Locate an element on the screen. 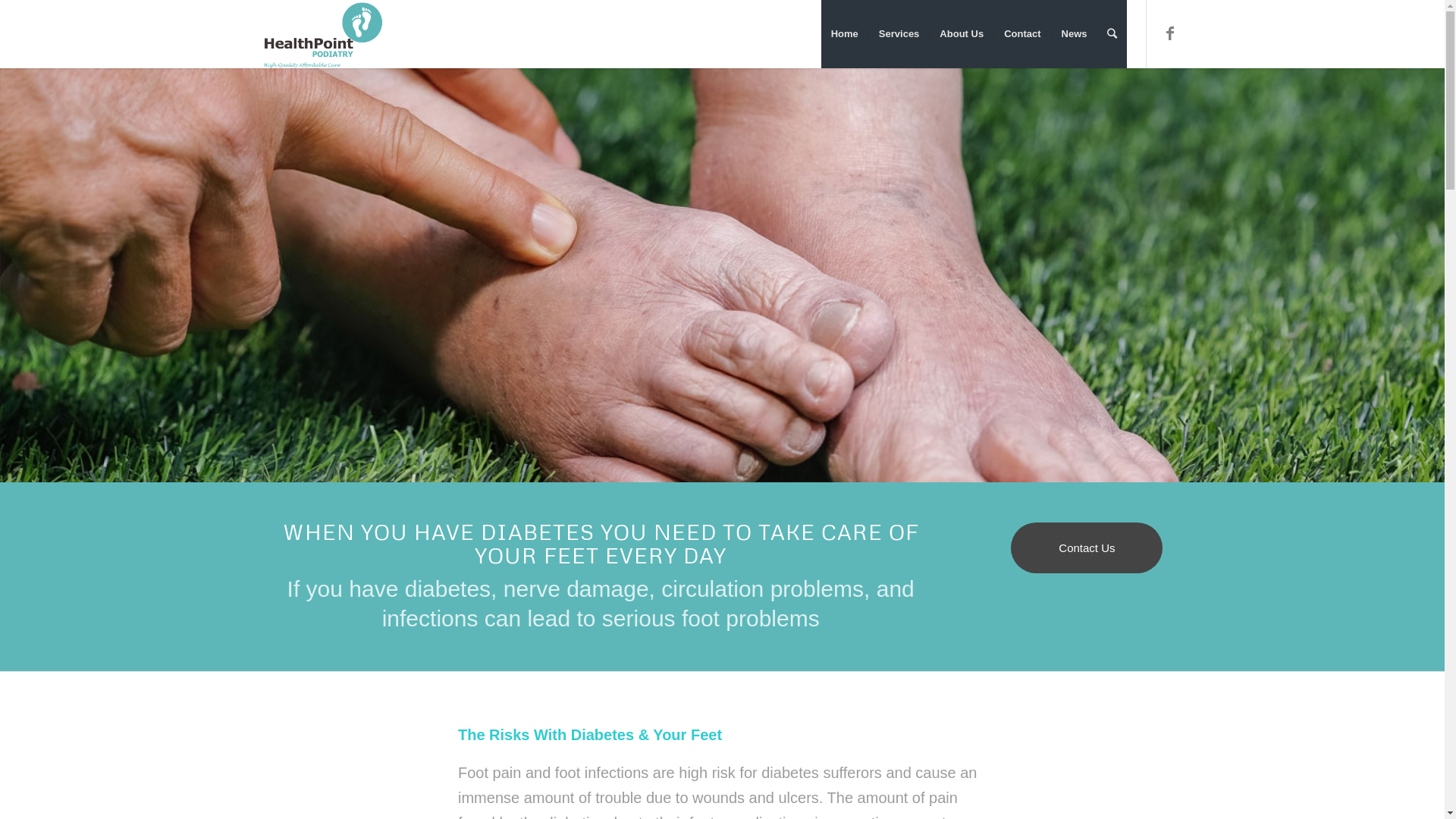  'Contact' is located at coordinates (993, 34).